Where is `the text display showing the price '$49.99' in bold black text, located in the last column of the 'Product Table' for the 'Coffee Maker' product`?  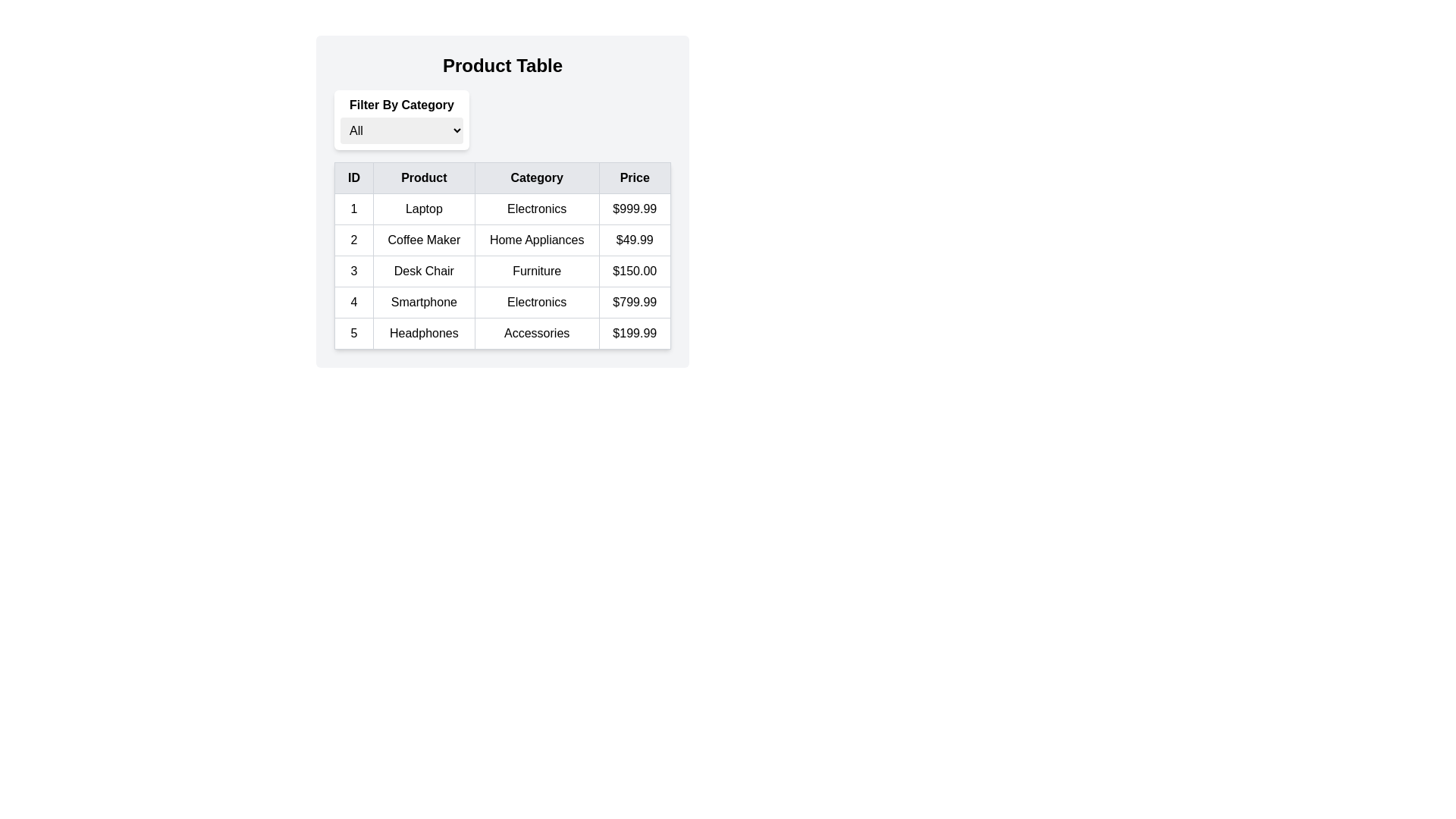
the text display showing the price '$49.99' in bold black text, located in the last column of the 'Product Table' for the 'Coffee Maker' product is located at coordinates (635, 239).